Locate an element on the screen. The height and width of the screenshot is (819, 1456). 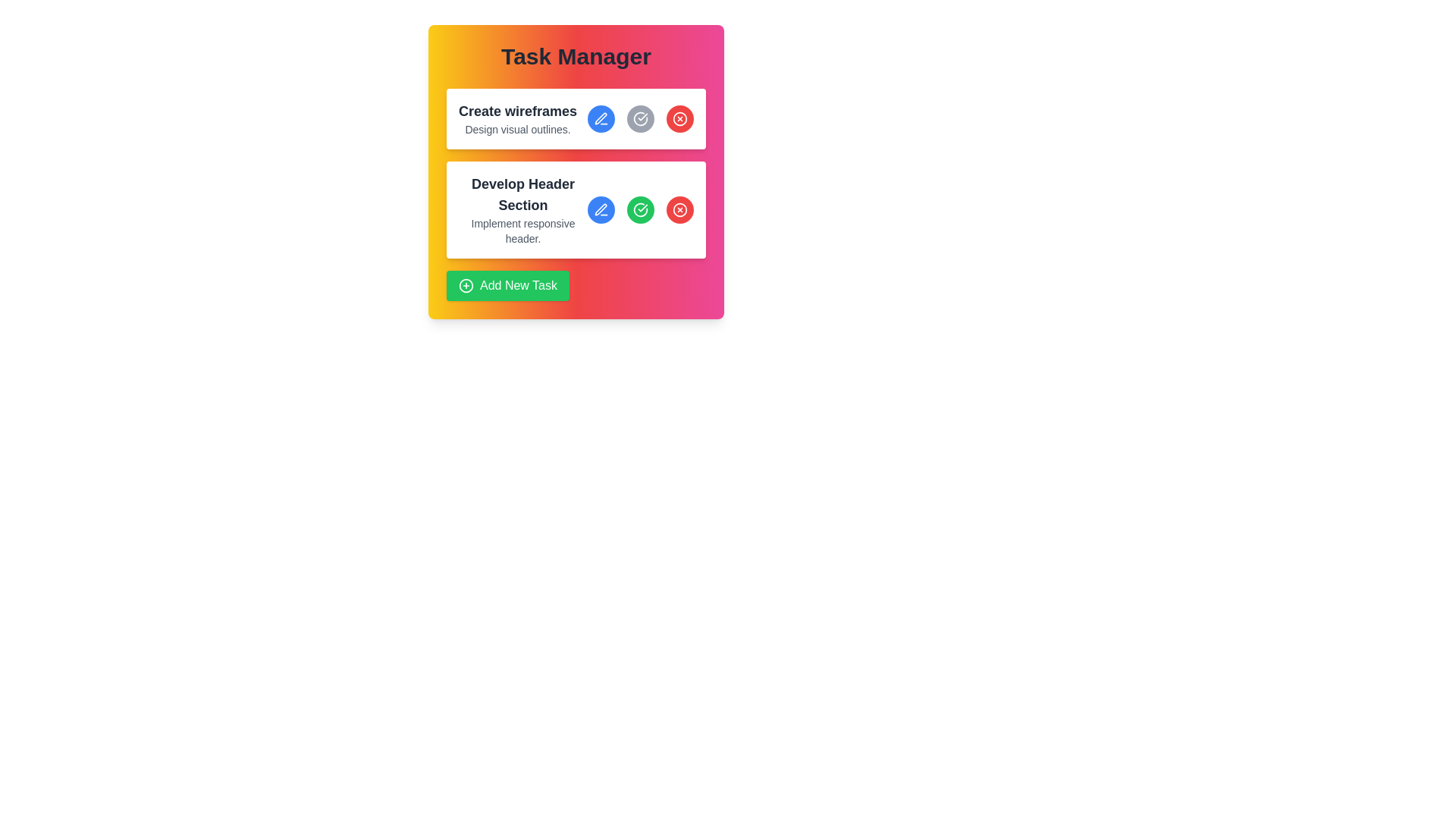
the circular red button with an 'X' icon in the top-right corner is located at coordinates (679, 118).